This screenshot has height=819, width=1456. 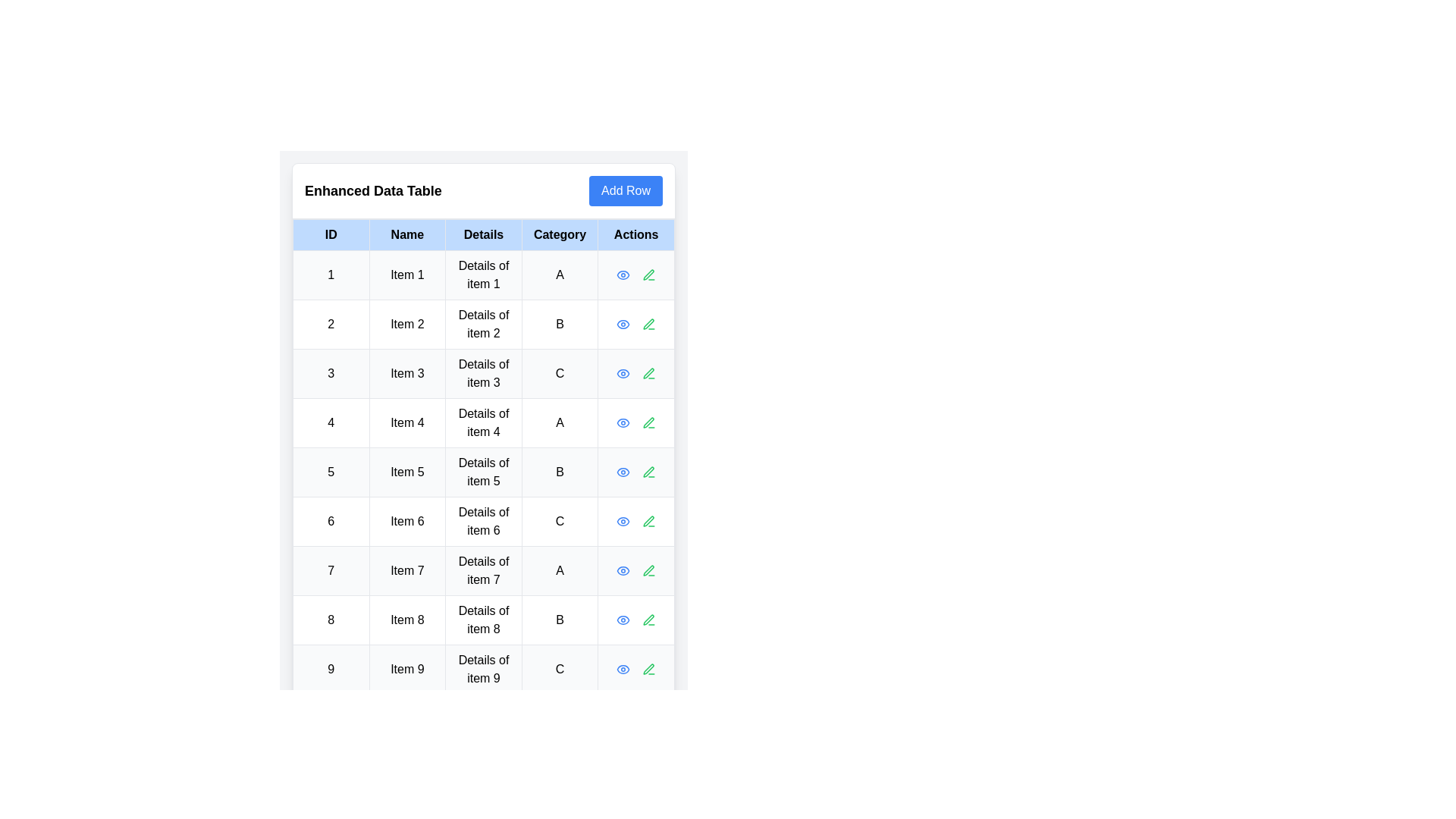 I want to click on the Icon button in the 'Actions' column of the fourth row, so click(x=649, y=423).